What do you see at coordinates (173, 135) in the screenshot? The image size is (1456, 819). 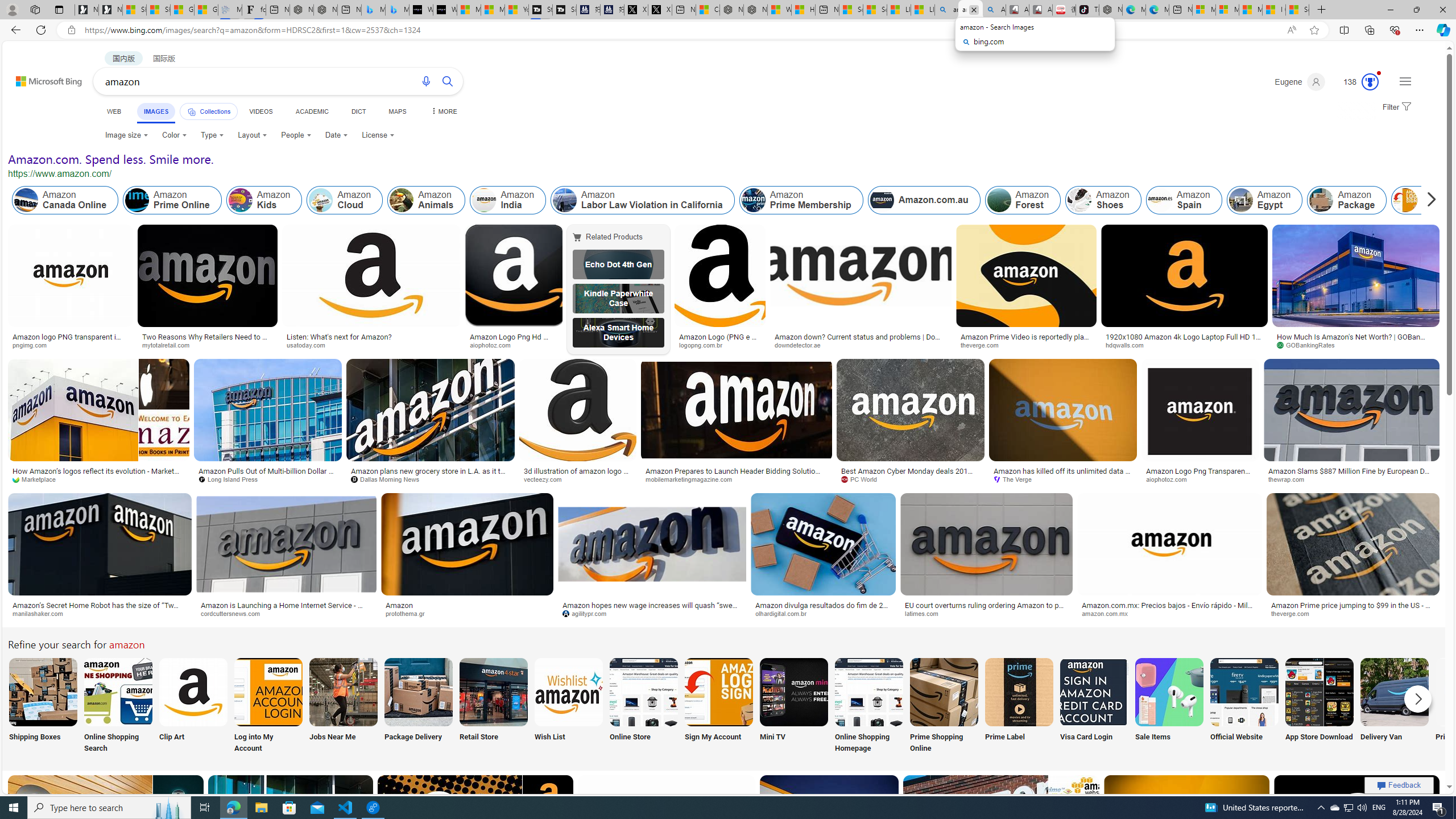 I see `'Color'` at bounding box center [173, 135].